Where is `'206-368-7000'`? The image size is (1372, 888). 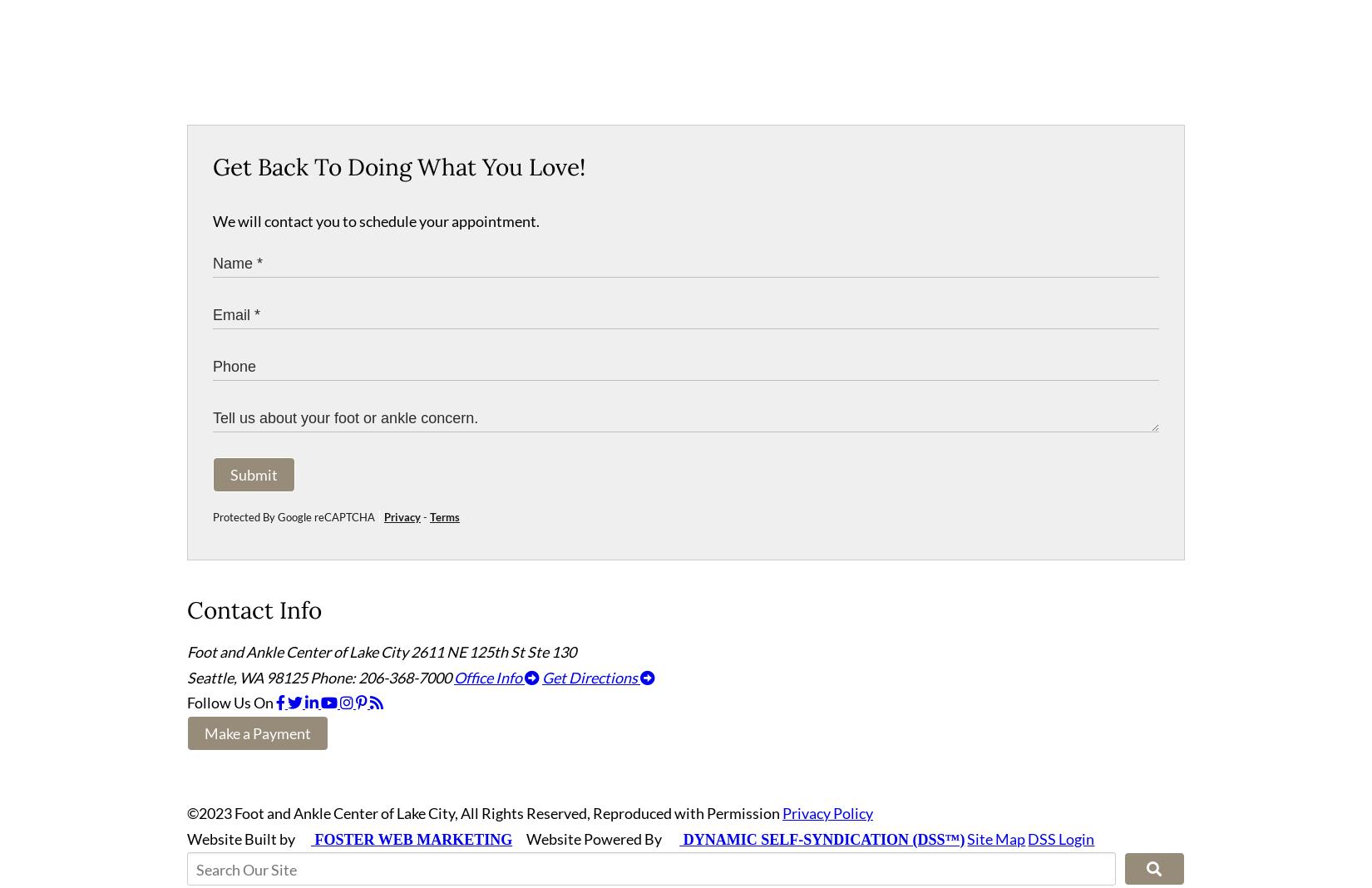 '206-368-7000' is located at coordinates (404, 683).